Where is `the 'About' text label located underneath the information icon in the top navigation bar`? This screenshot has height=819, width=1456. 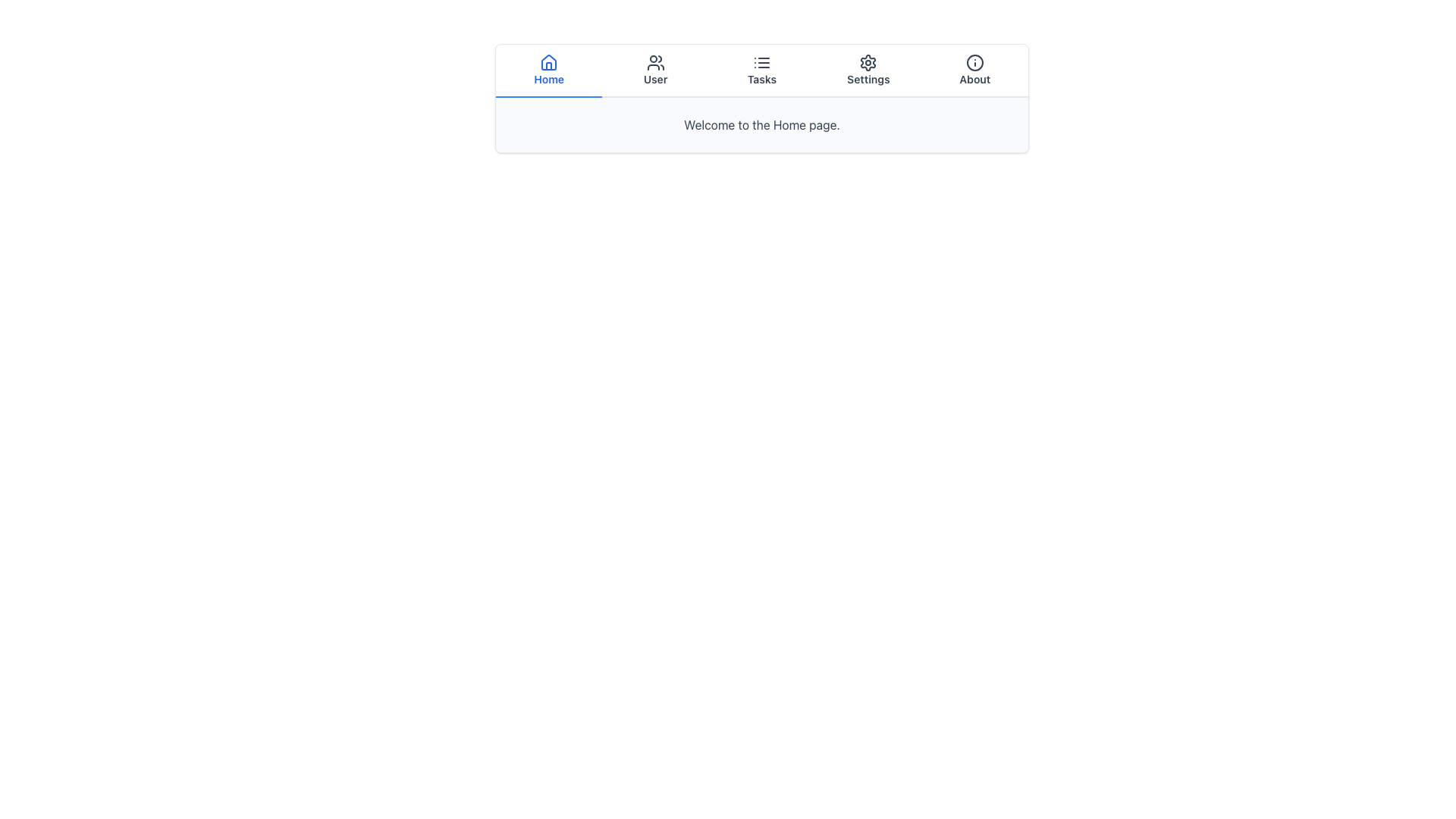
the 'About' text label located underneath the information icon in the top navigation bar is located at coordinates (974, 79).